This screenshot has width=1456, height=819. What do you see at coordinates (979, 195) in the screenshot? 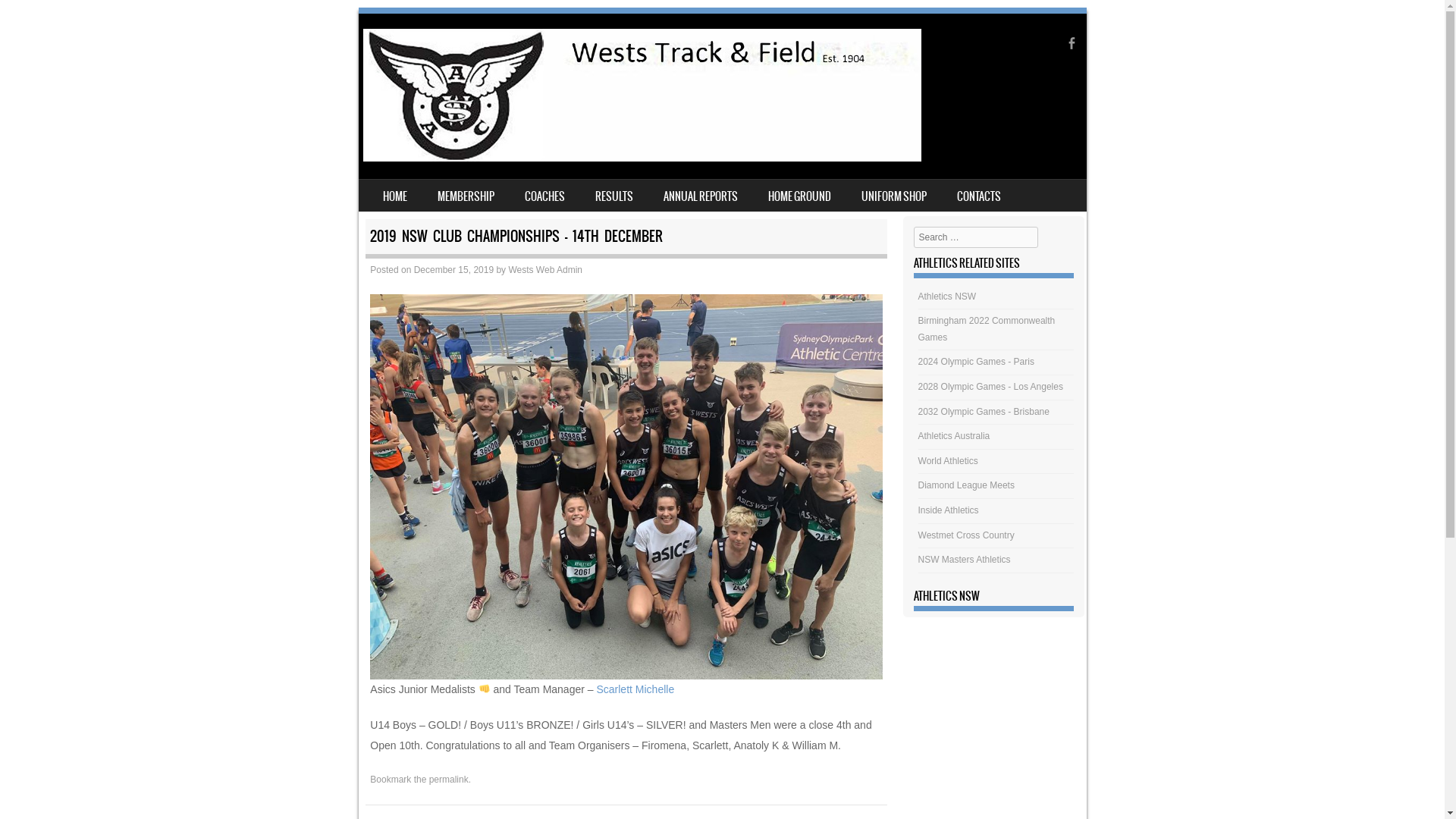
I see `'CONTACTS'` at bounding box center [979, 195].